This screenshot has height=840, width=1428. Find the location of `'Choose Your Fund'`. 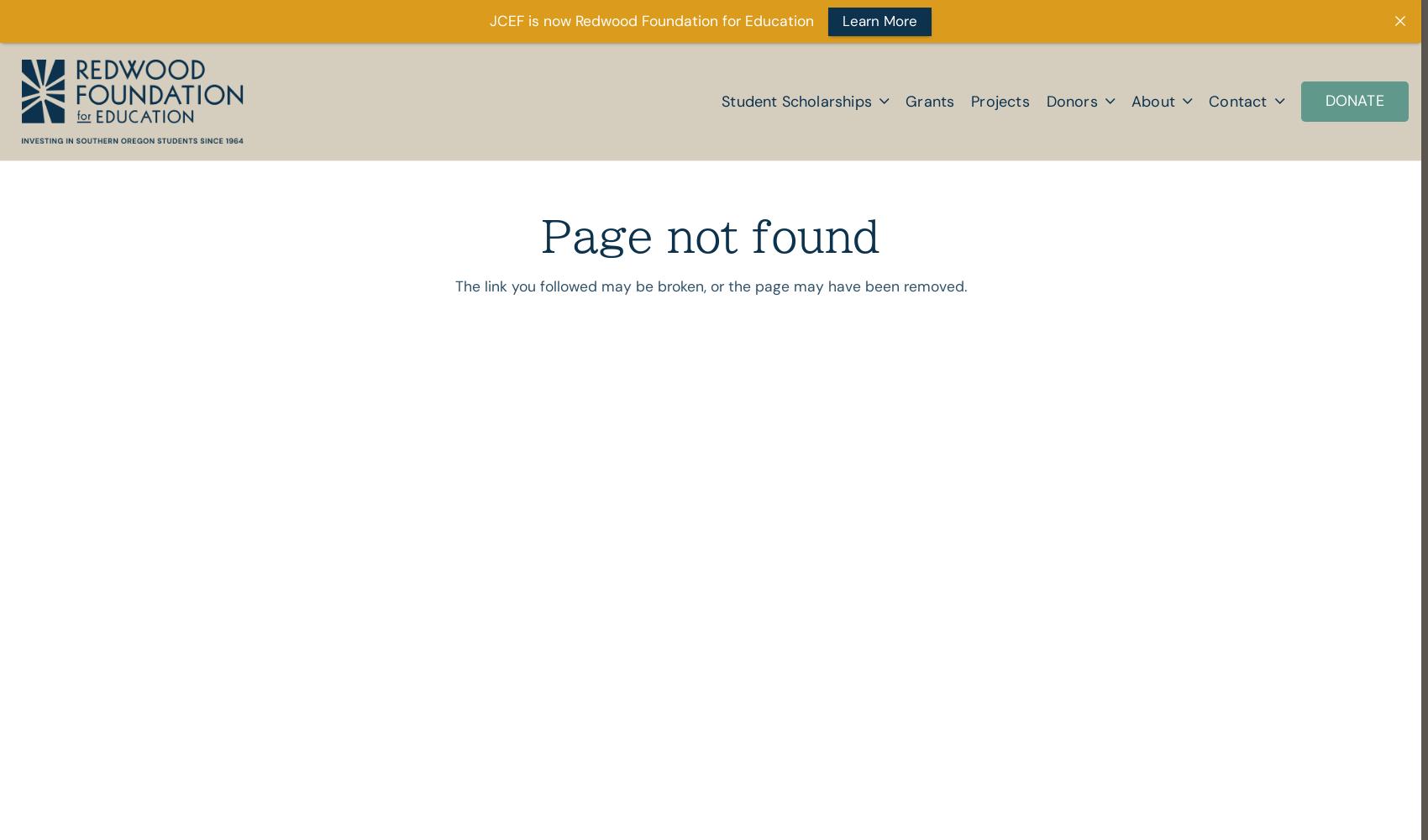

'Choose Your Fund' is located at coordinates (1118, 250).